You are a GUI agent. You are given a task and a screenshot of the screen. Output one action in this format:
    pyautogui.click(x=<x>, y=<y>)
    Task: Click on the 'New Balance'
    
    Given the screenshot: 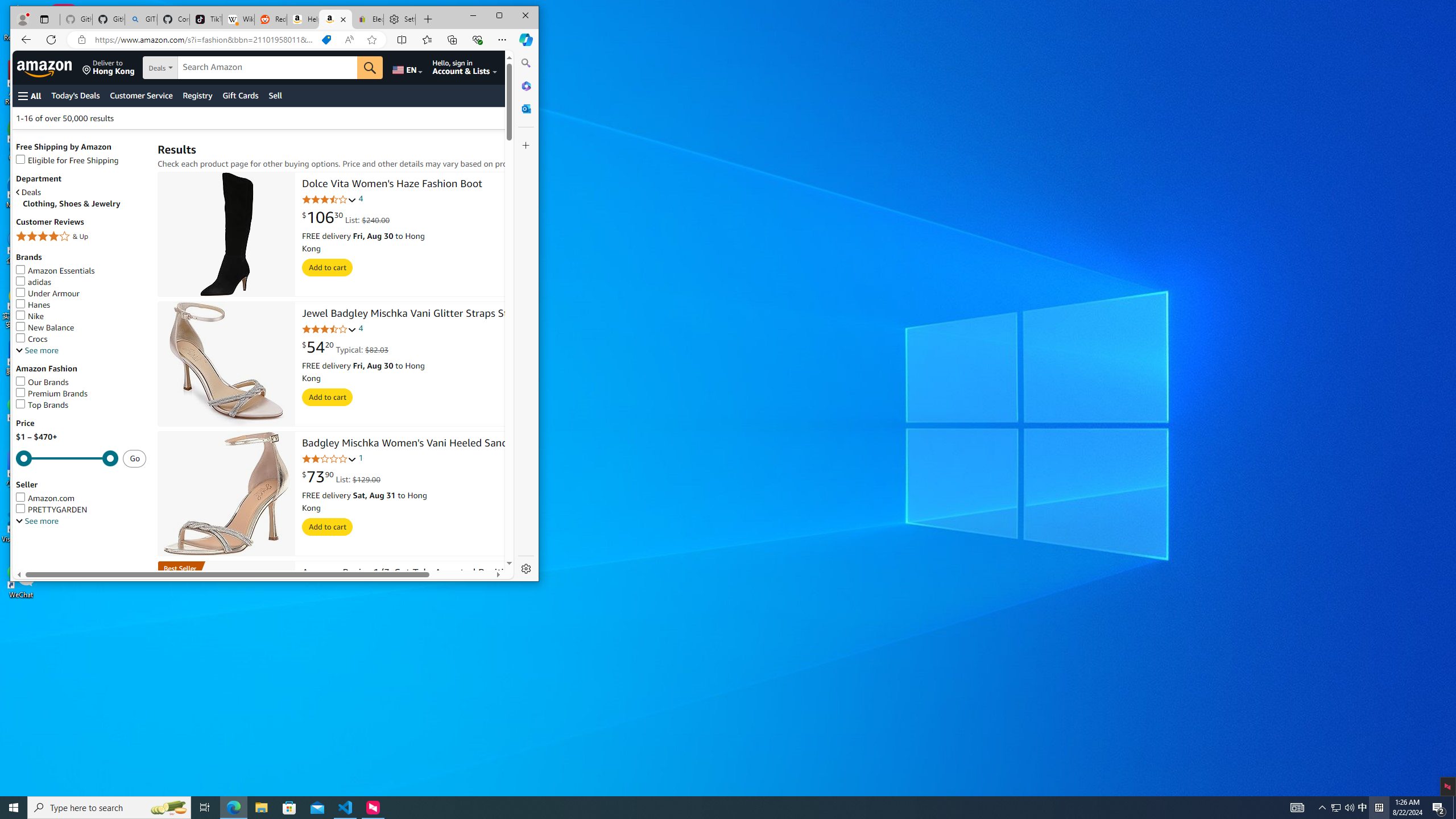 What is the action you would take?
    pyautogui.click(x=44, y=327)
    